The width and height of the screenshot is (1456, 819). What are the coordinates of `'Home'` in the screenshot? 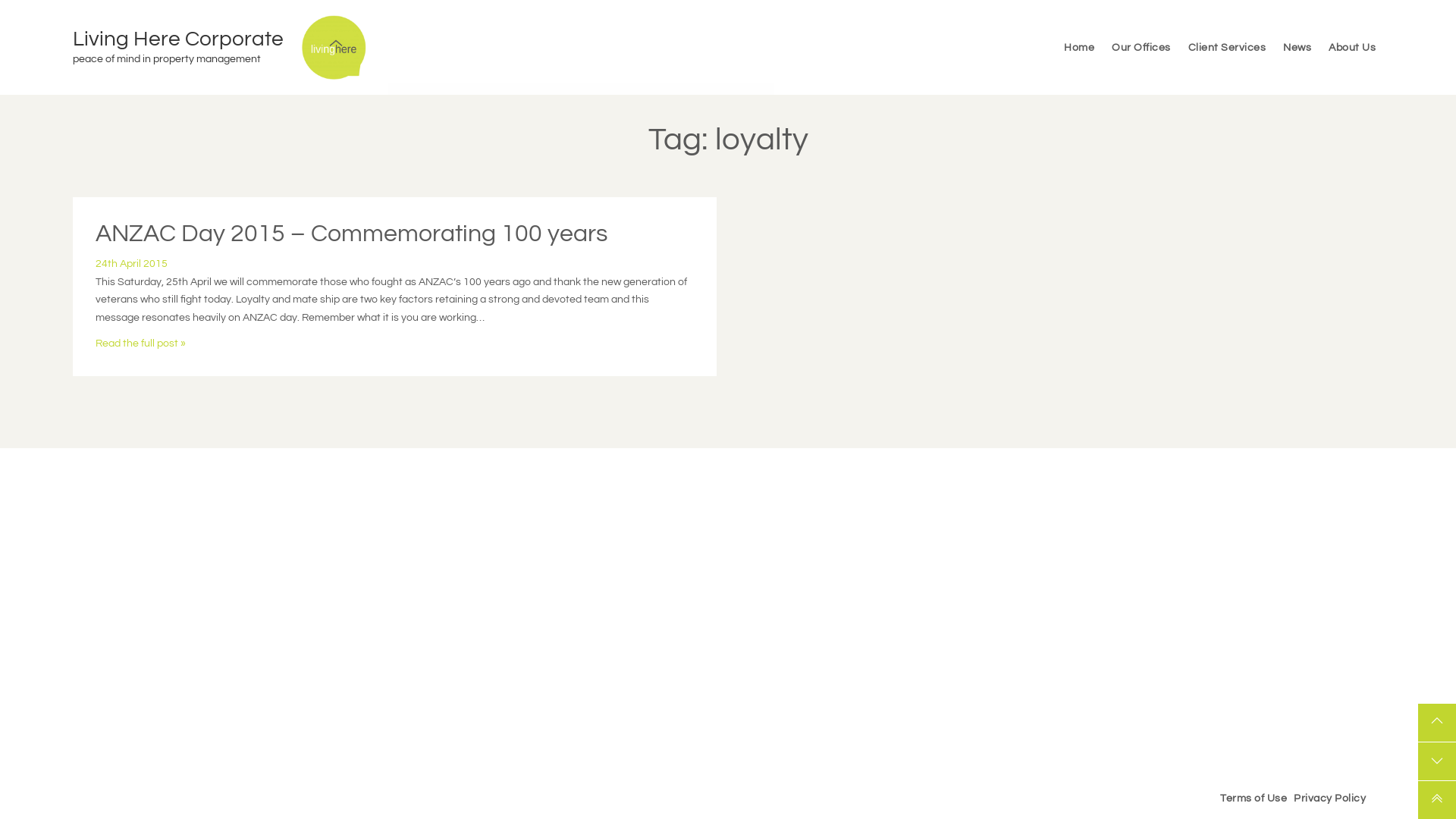 It's located at (1078, 45).